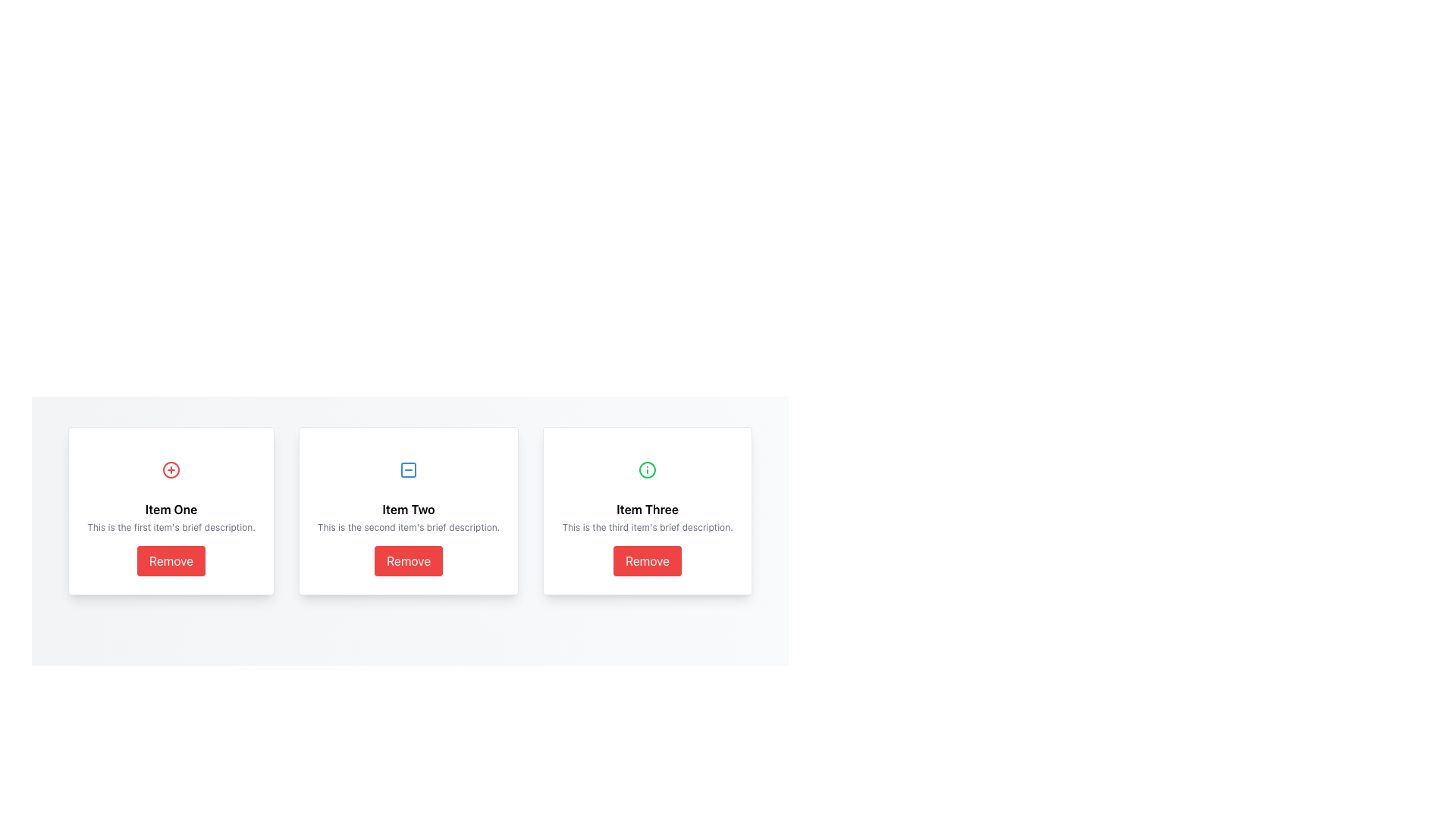 The image size is (1456, 819). What do you see at coordinates (409, 469) in the screenshot?
I see `the blue square icon with a minus sign centered within it, located in the top section of the 'Item Two' card` at bounding box center [409, 469].